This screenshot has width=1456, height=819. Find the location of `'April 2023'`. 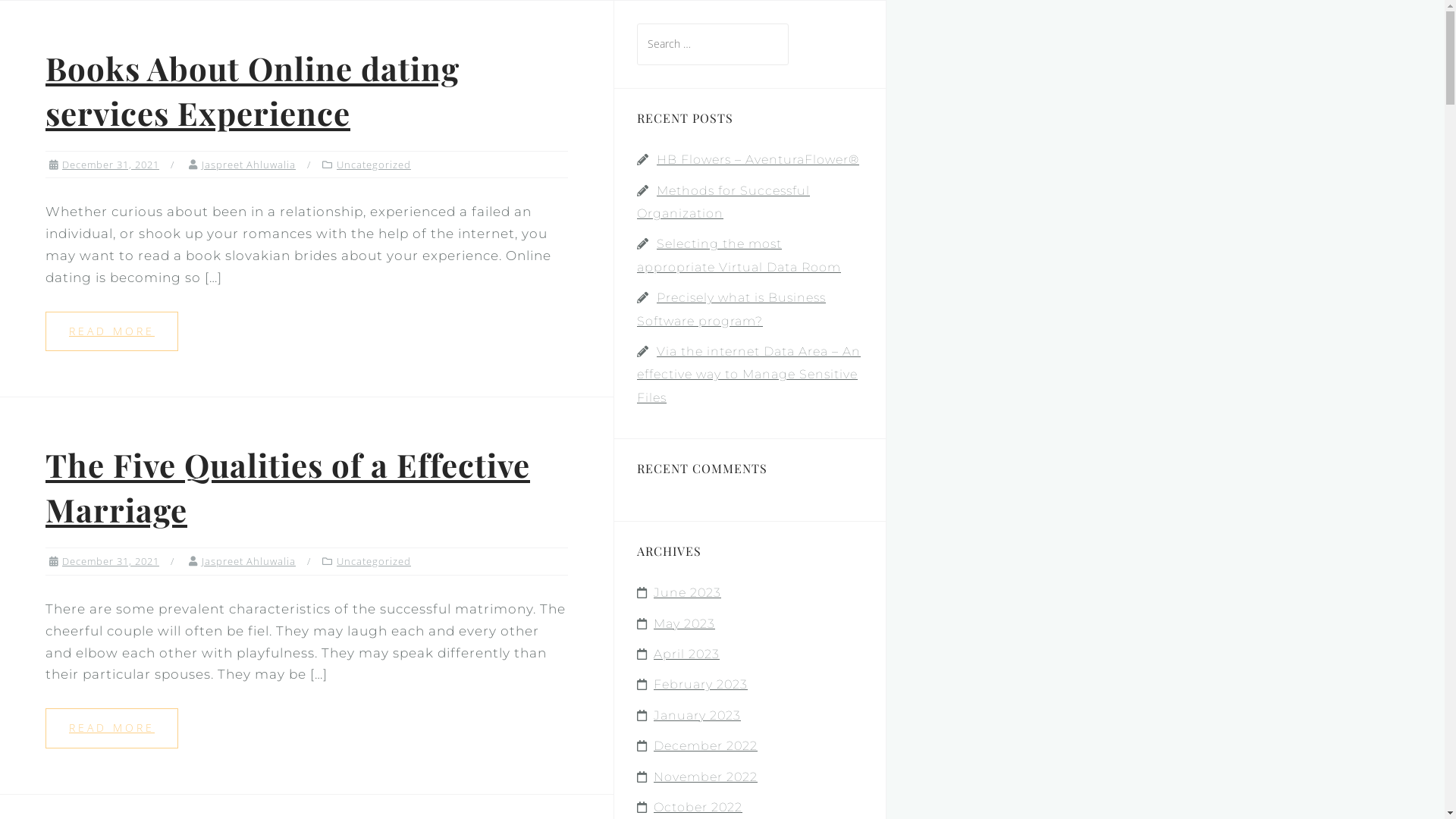

'April 2023' is located at coordinates (686, 653).